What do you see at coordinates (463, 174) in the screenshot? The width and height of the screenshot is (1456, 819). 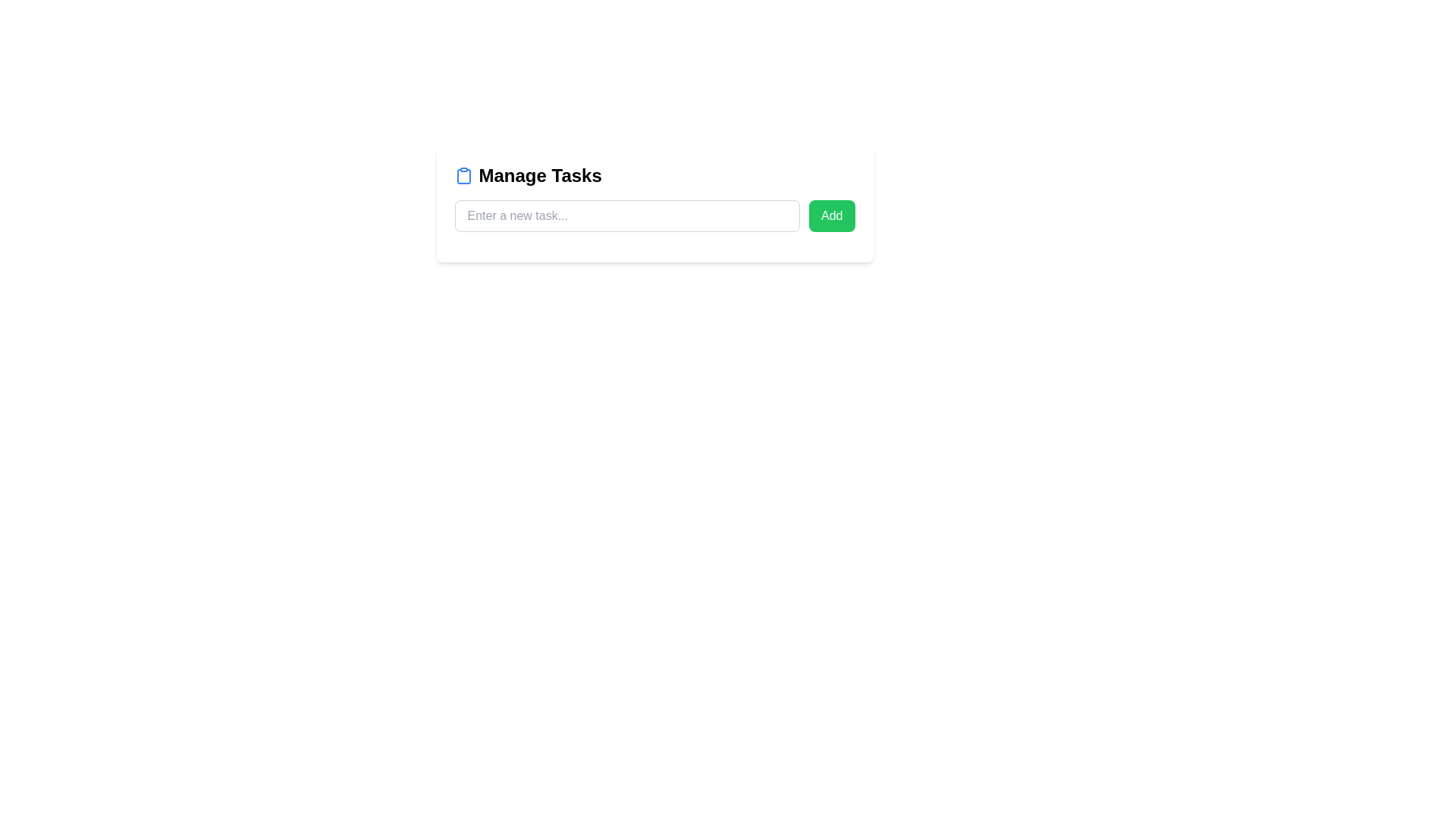 I see `the function of the clipboard icon located to the far left within the 'Manage Tasks' header, adjacent to the text and vertically aligned with it` at bounding box center [463, 174].